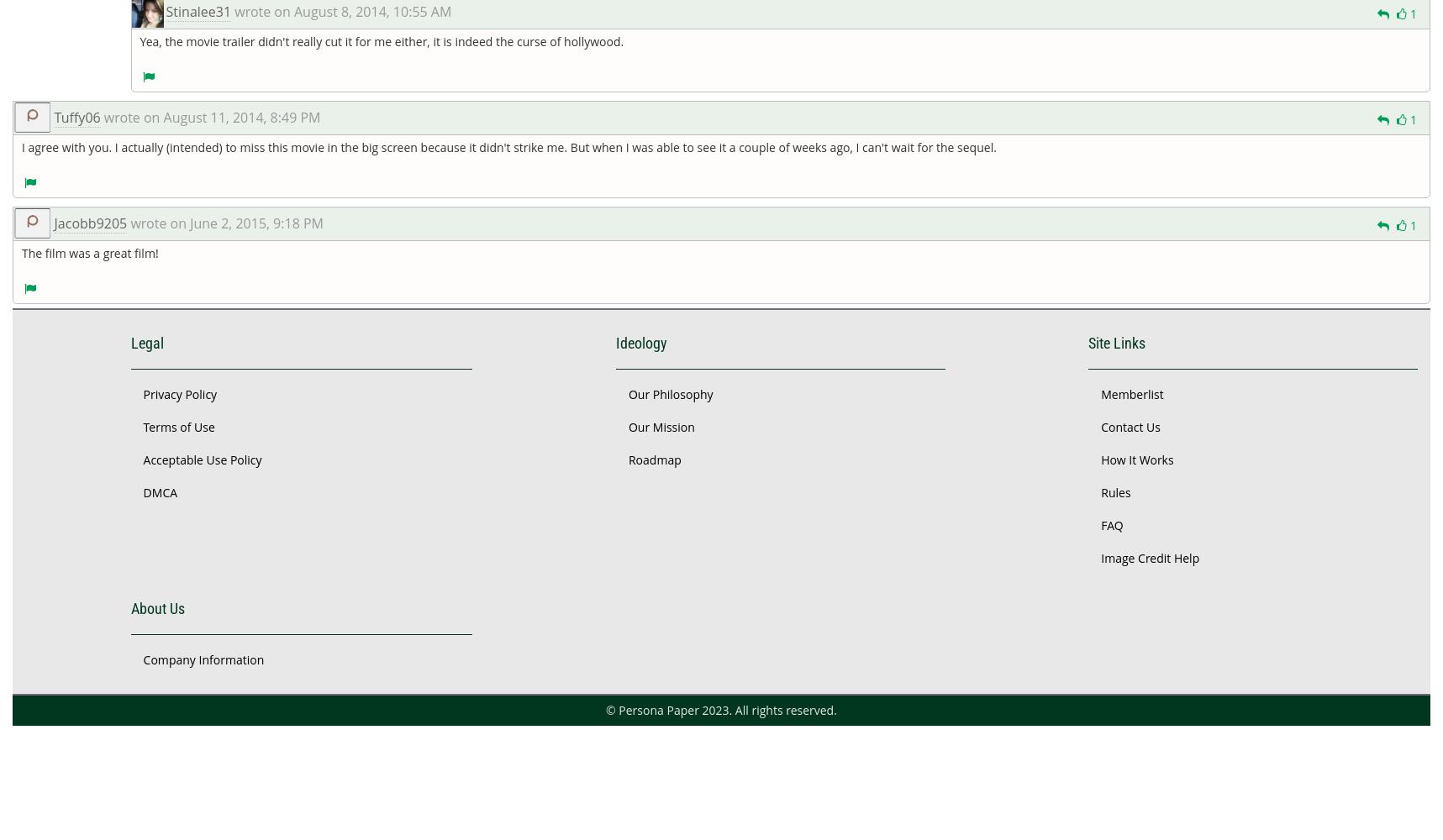 The width and height of the screenshot is (1443, 840). What do you see at coordinates (669, 392) in the screenshot?
I see `'Our Philosophy'` at bounding box center [669, 392].